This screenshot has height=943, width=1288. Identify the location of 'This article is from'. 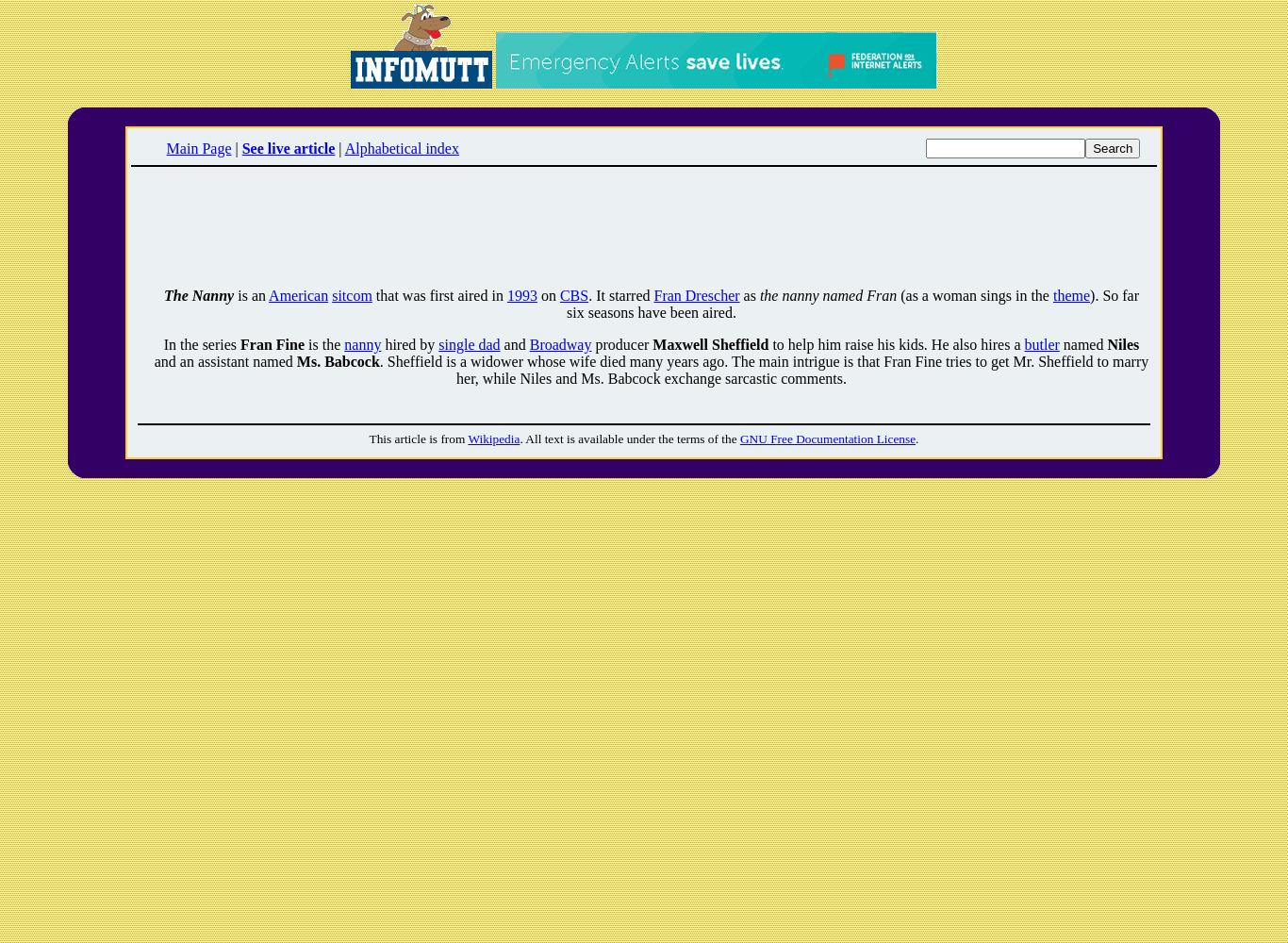
(417, 438).